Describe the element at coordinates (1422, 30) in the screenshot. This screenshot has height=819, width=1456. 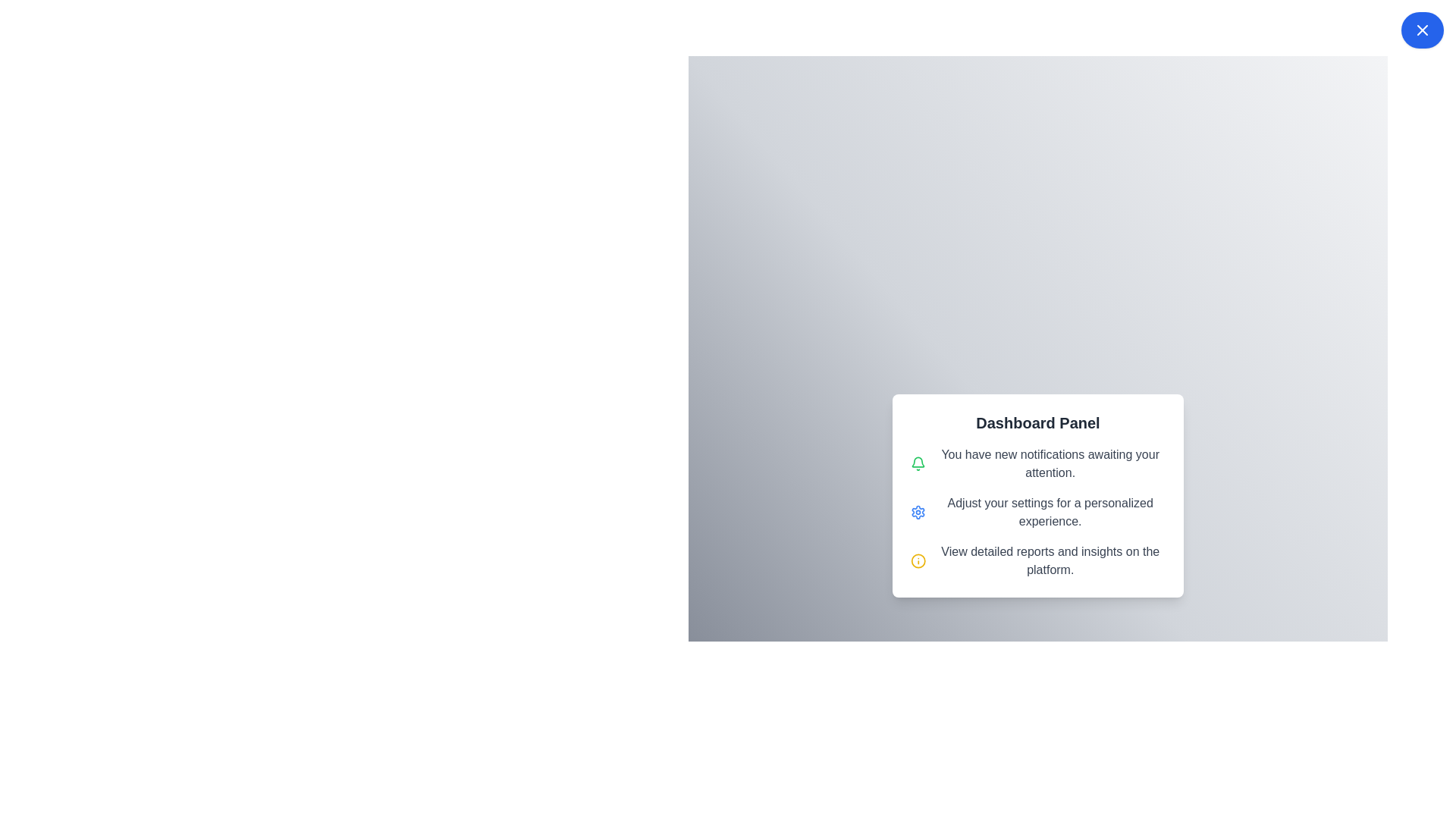
I see `the close button located in the top-right corner of the interface to observe its hover effect` at that location.